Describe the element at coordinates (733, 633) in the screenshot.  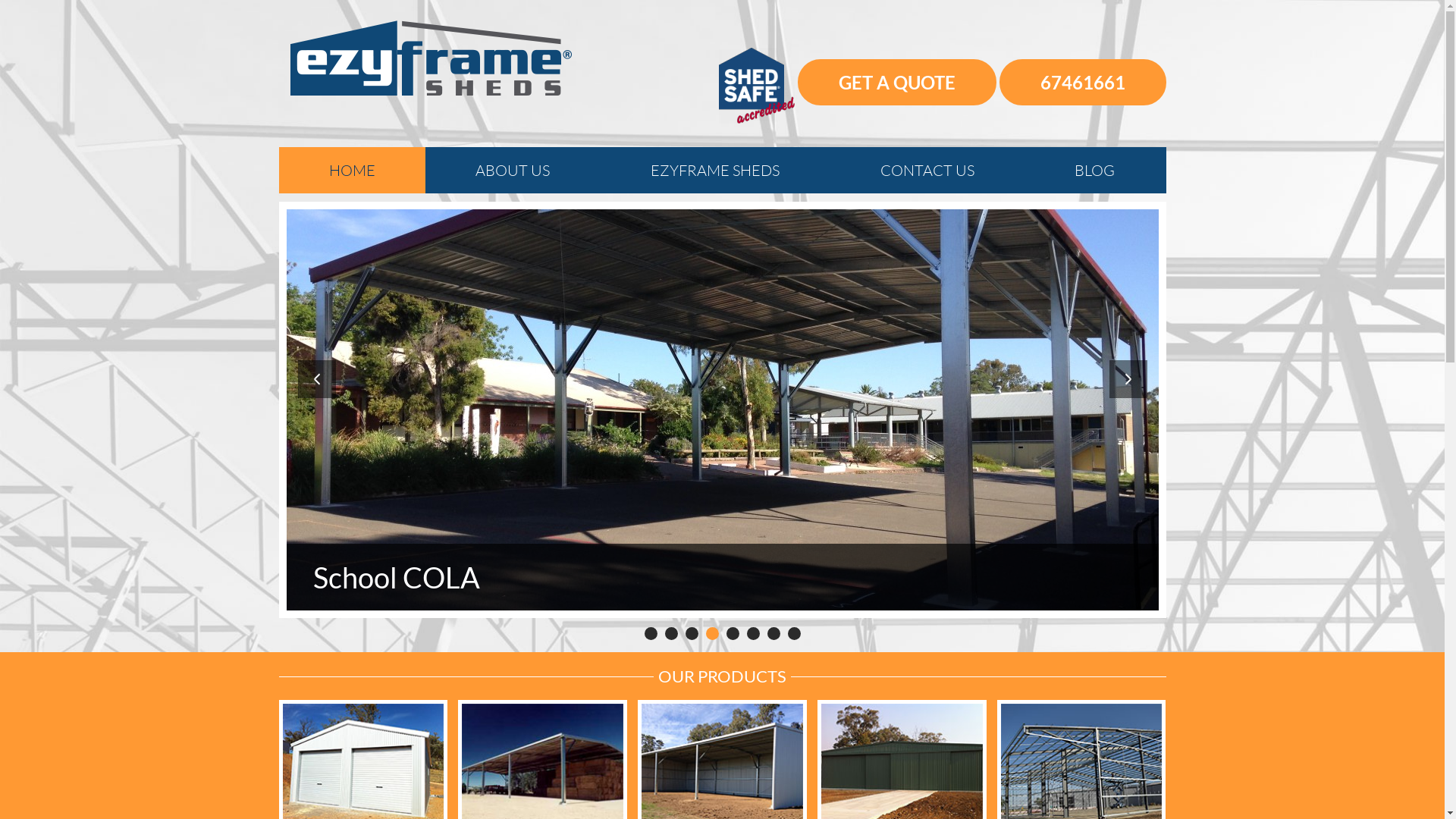
I see `'5'` at that location.